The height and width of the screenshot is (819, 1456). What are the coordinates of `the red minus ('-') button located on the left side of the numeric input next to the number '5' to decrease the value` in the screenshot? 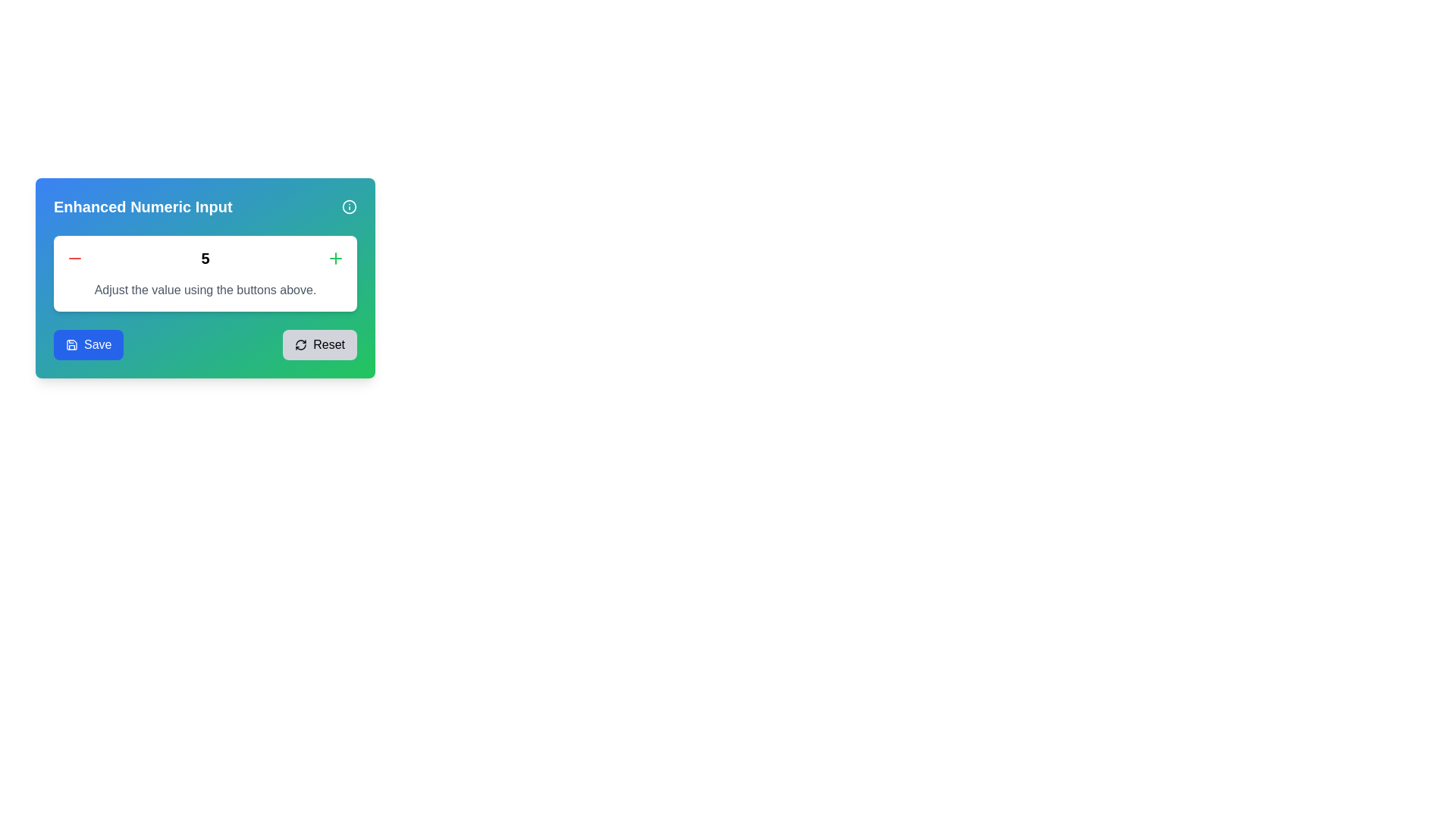 It's located at (74, 257).